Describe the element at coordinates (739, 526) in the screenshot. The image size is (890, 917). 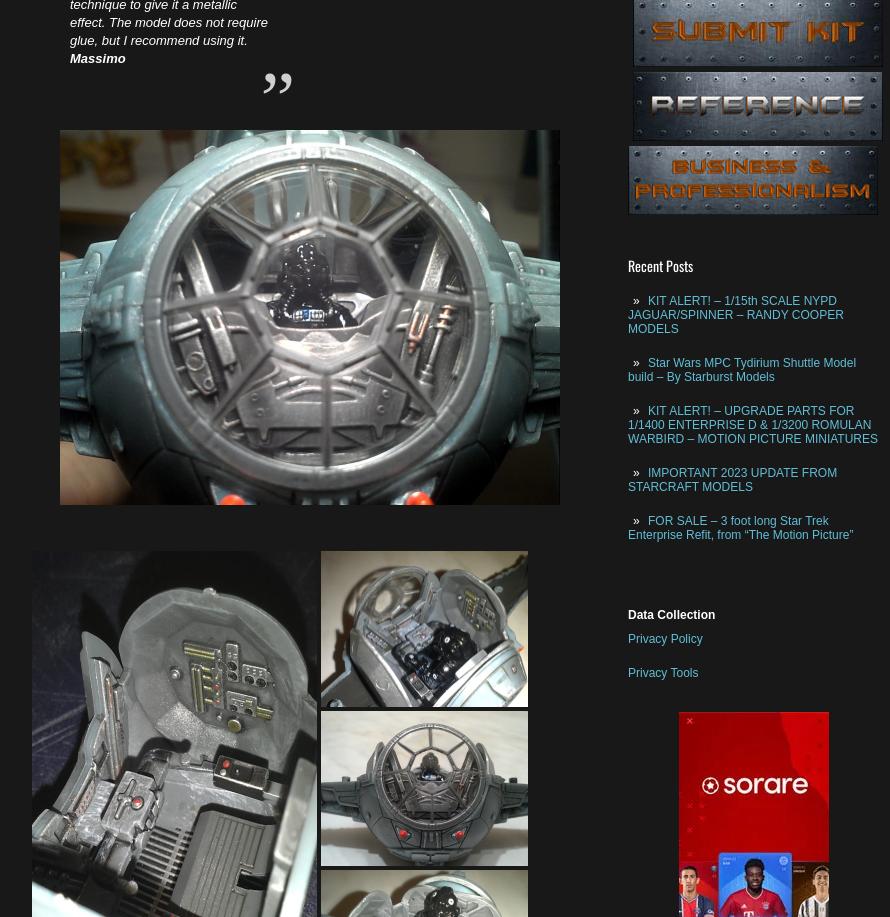
I see `'FOR SALE – 3 foot long Star Trek Enterprise Refit, from “The Motion Picture”'` at that location.